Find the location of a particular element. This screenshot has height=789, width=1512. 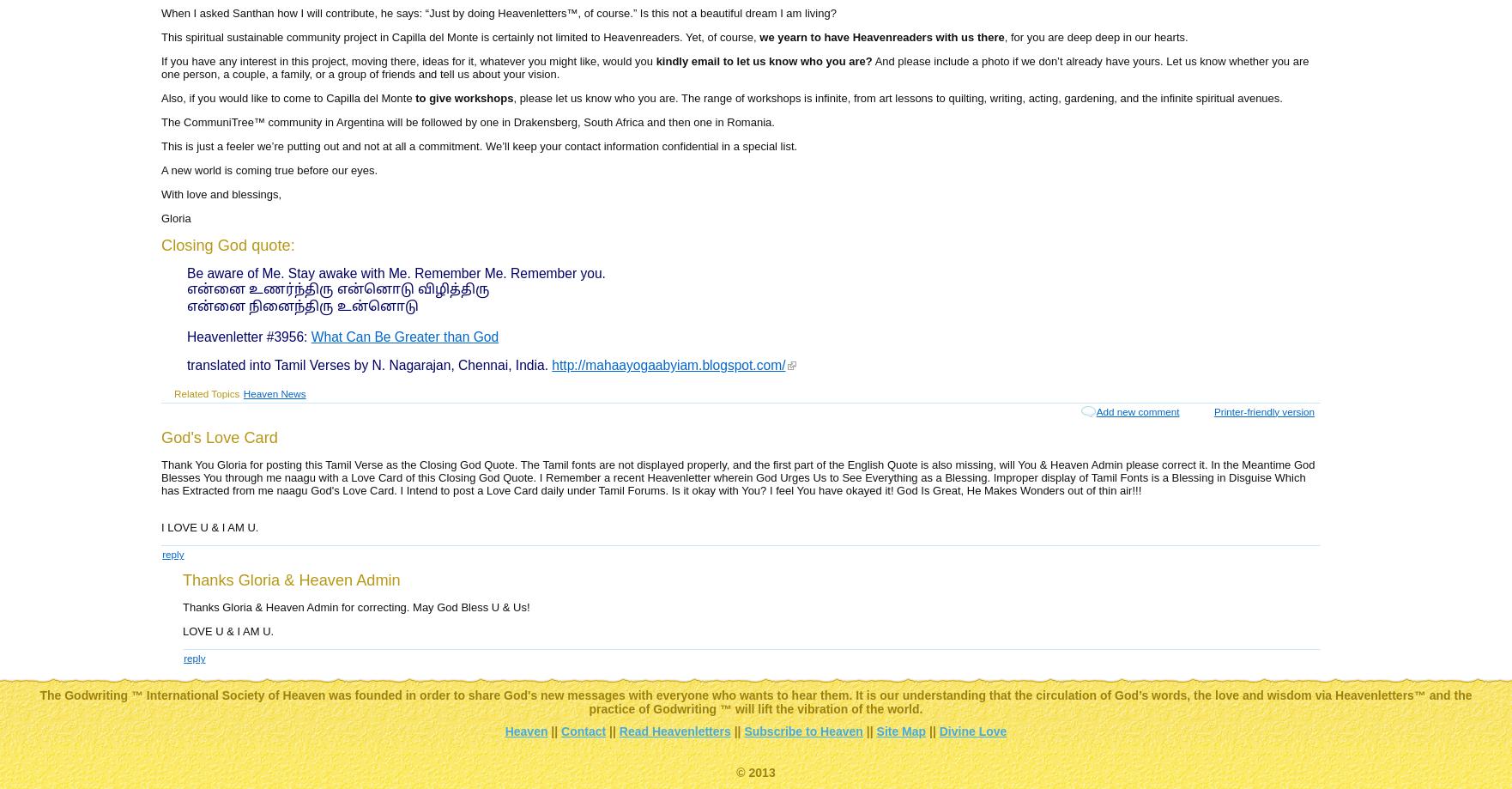

'Heaven' is located at coordinates (524, 731).